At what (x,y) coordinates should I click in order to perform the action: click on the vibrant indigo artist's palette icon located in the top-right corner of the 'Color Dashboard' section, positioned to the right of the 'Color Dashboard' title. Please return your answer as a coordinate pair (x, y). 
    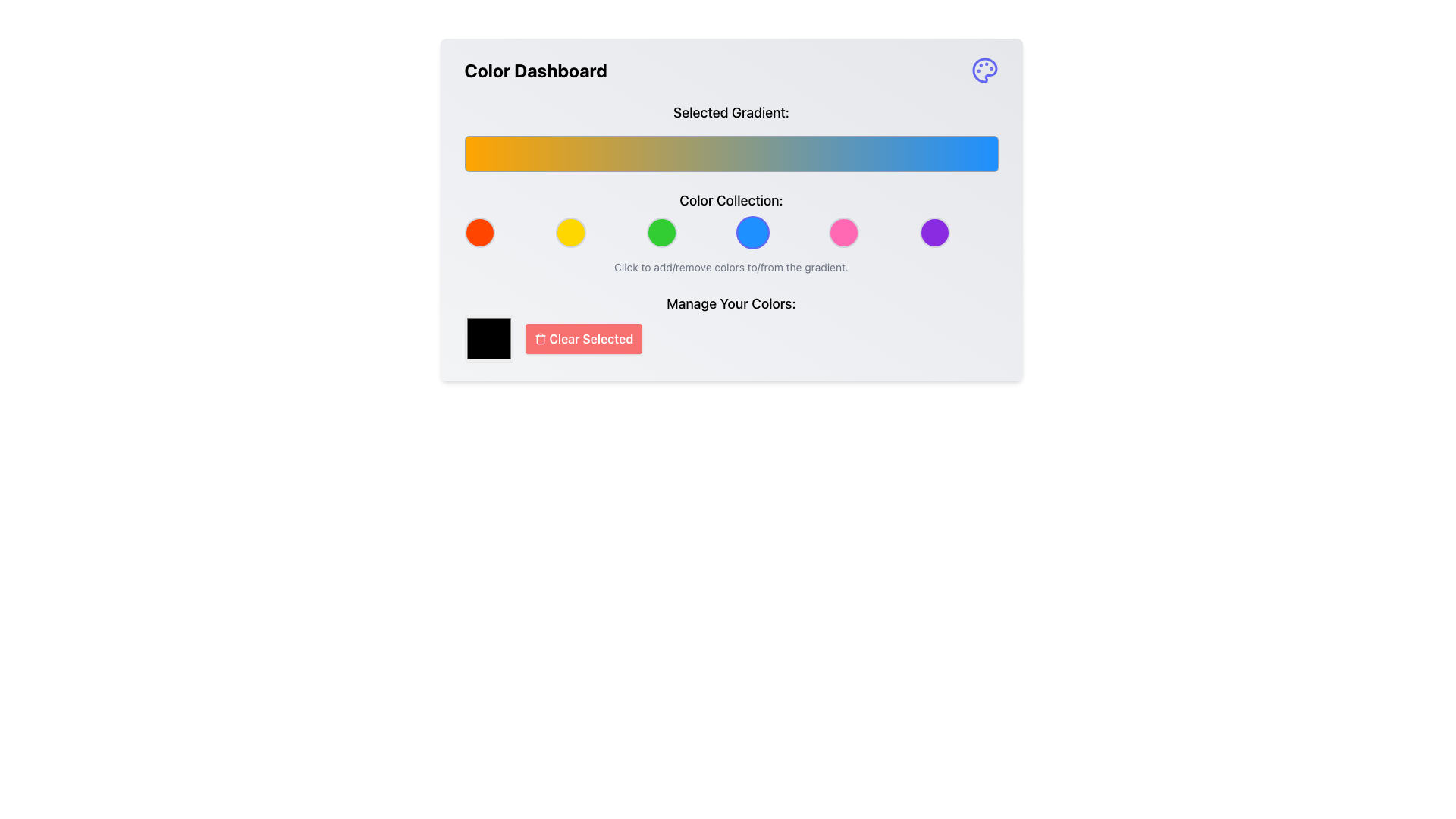
    Looking at the image, I should click on (984, 70).